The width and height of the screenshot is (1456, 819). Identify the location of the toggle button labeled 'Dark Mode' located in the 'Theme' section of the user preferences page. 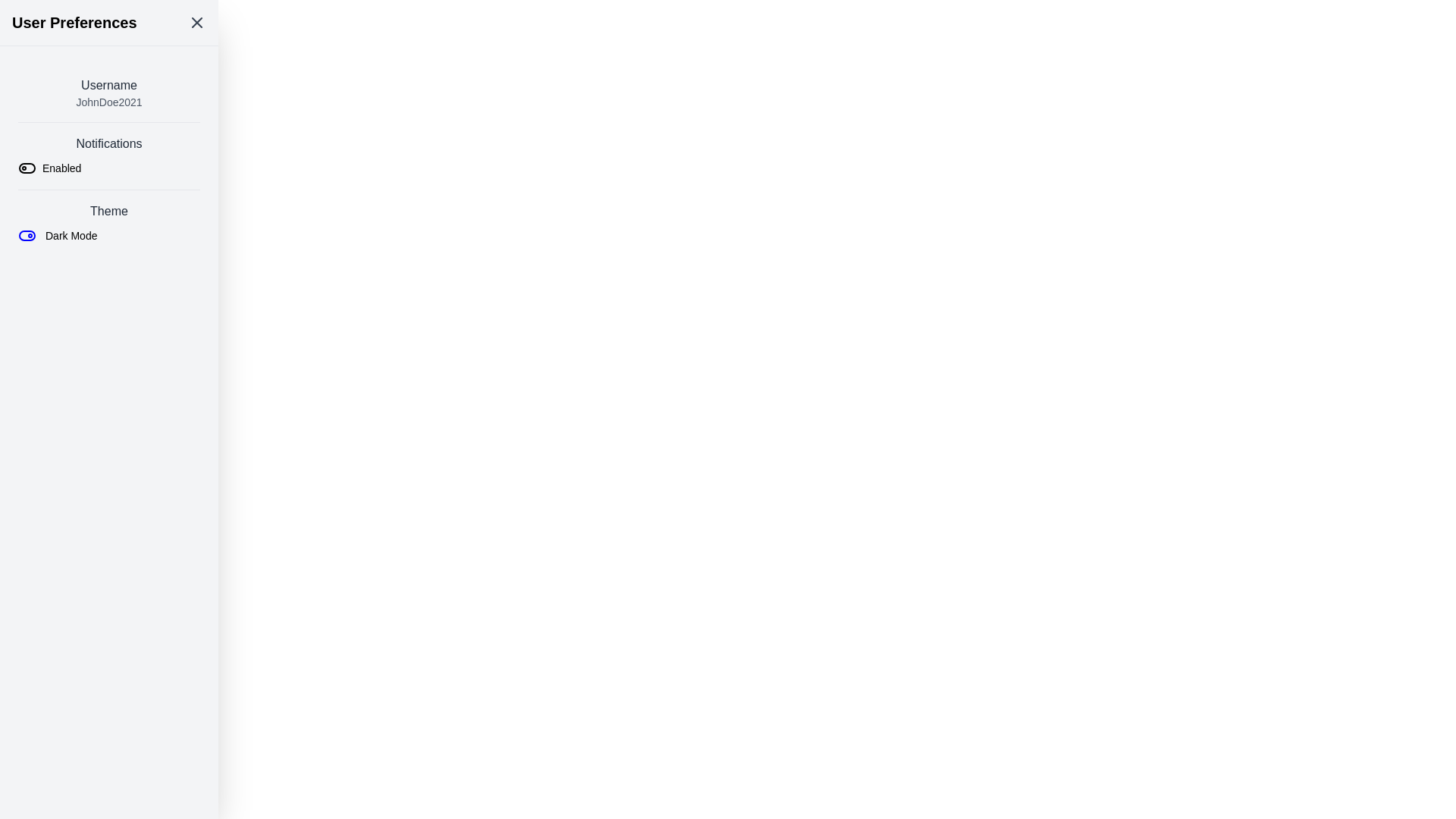
(108, 236).